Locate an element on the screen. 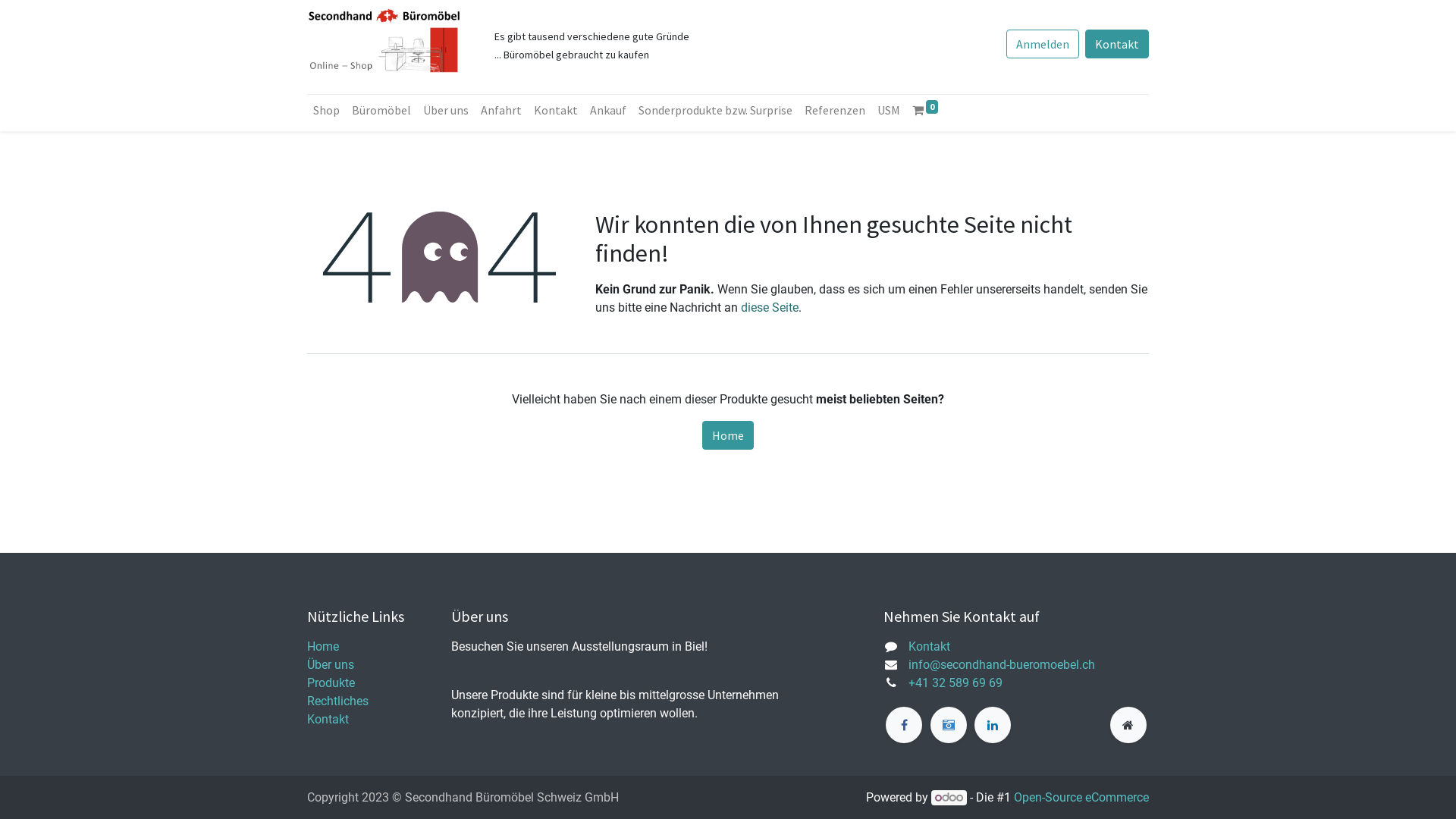  'diese Seite' is located at coordinates (769, 307).